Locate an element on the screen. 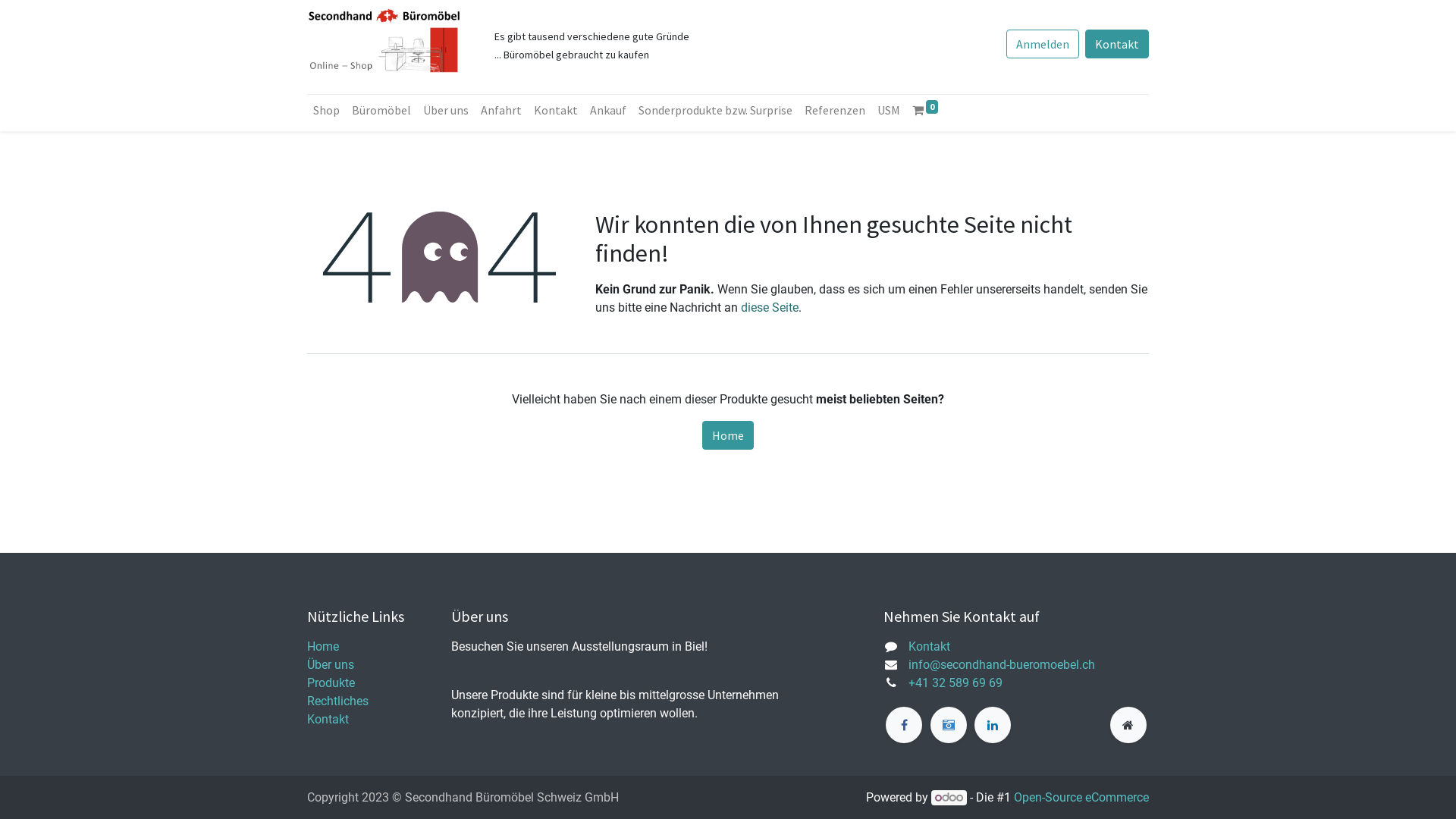  'diese Seite' is located at coordinates (769, 307).